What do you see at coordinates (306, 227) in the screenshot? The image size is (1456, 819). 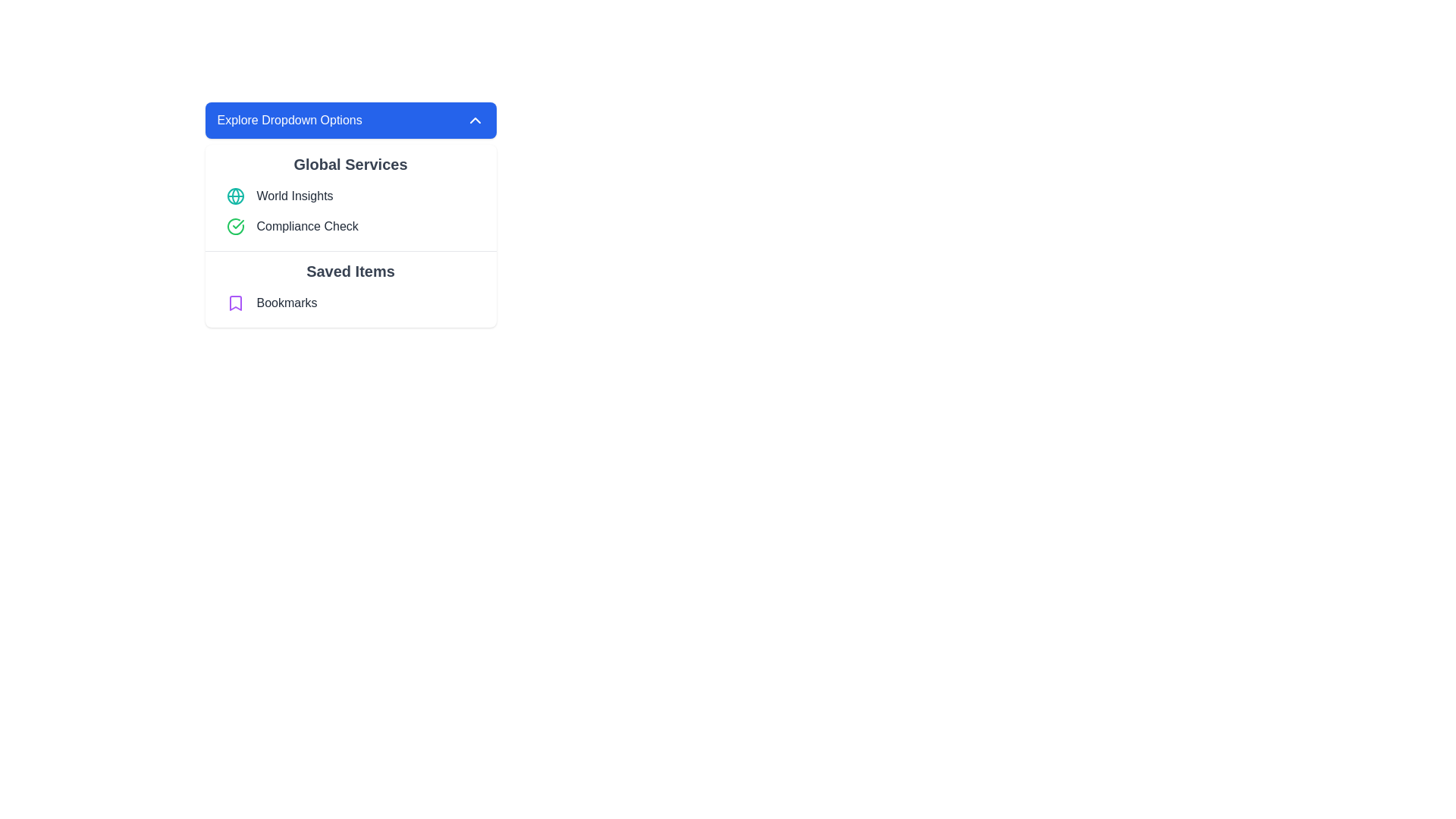 I see `the 'Compliance Check' text element, which is styled with a medium font weight and gray color, located next to a green circle check icon in the second row under the 'Global Services' heading in the dropdown menu` at bounding box center [306, 227].